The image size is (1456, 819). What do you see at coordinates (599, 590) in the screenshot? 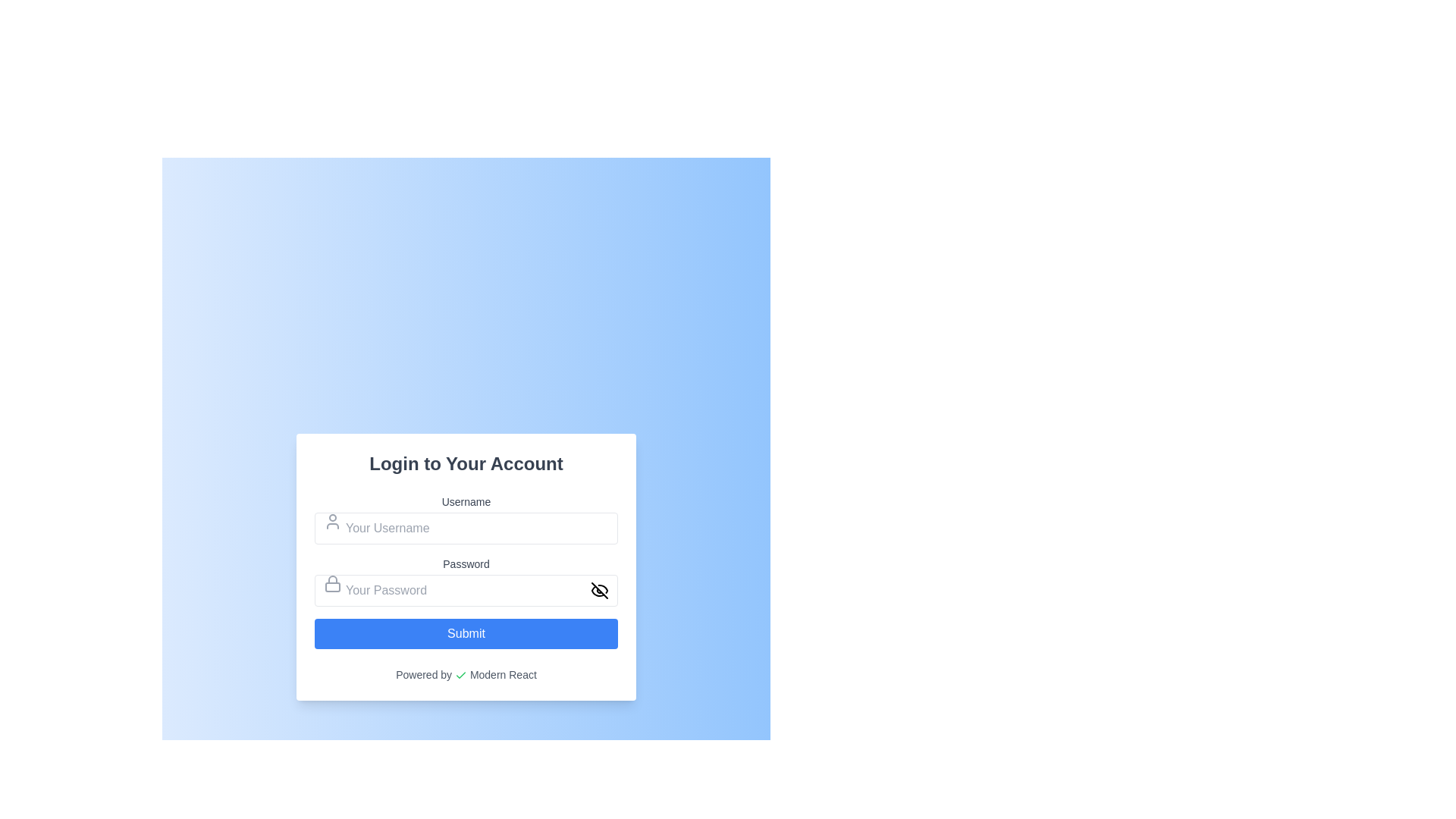
I see `the password visibility toggle button located to the right of the 'Password' input field` at bounding box center [599, 590].